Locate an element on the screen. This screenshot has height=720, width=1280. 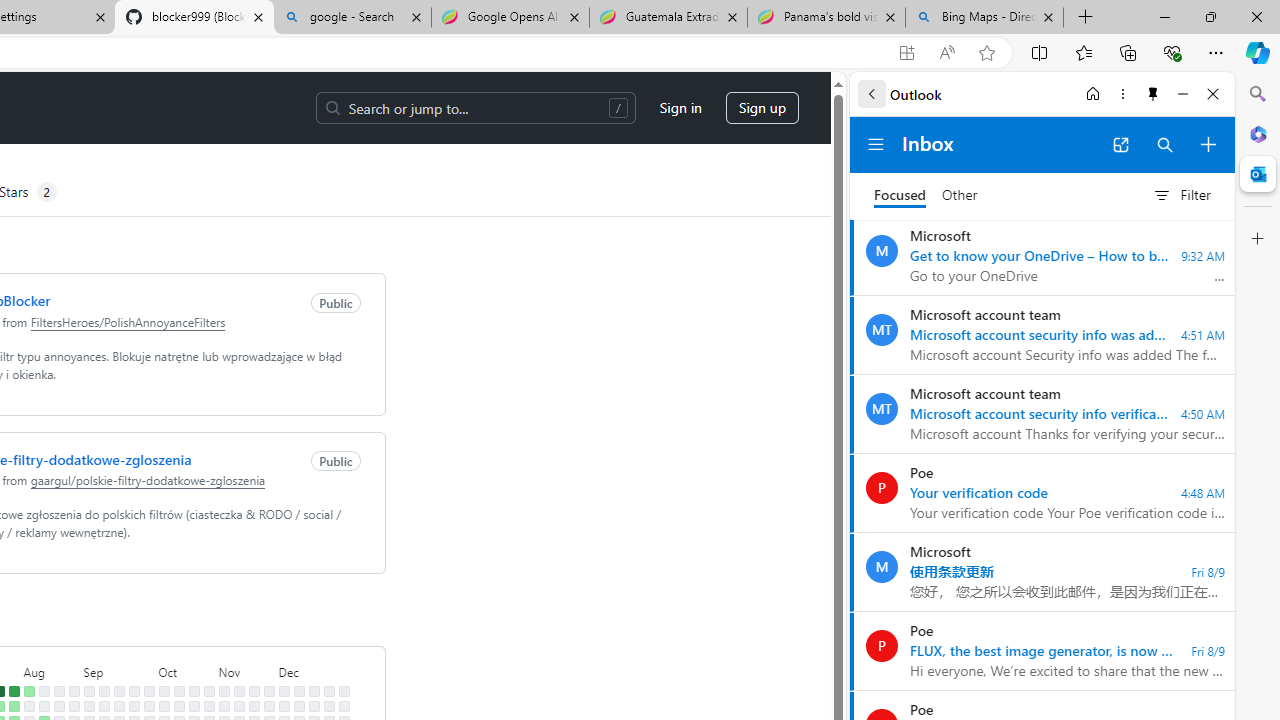
'No contributions on December 30th.' is located at coordinates (343, 705).